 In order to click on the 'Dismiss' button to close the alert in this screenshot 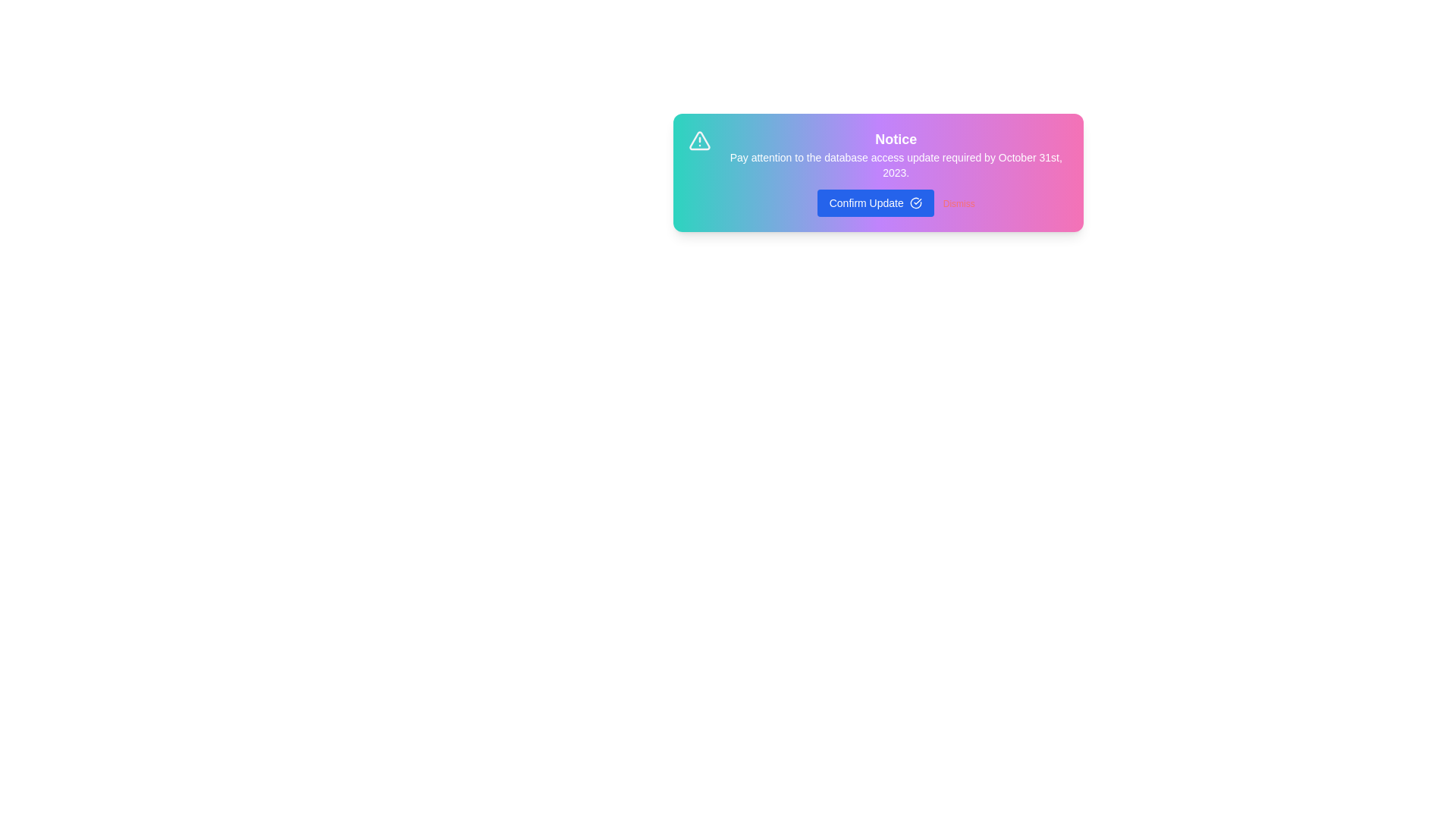, I will do `click(958, 203)`.